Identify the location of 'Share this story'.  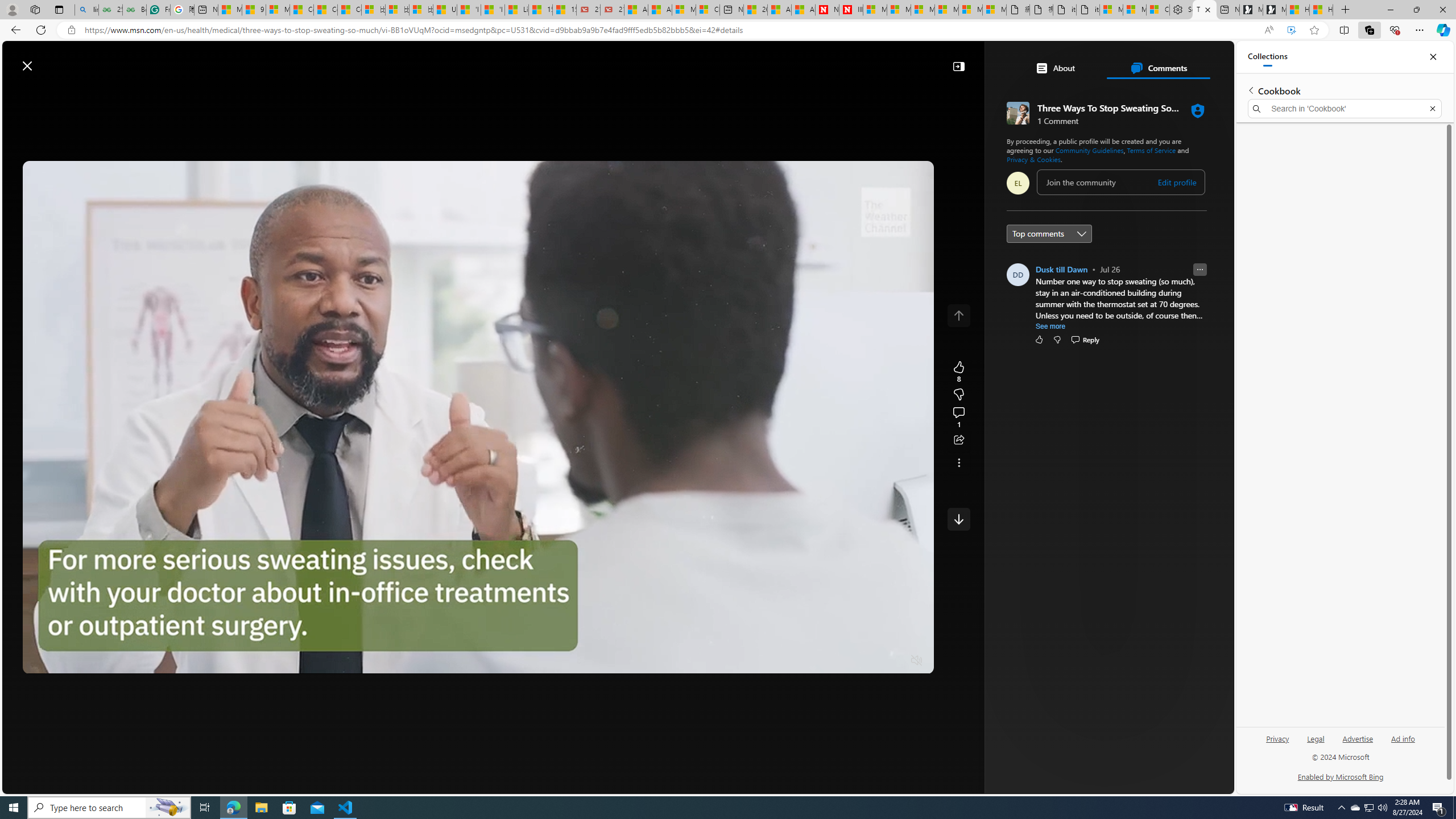
(958, 440).